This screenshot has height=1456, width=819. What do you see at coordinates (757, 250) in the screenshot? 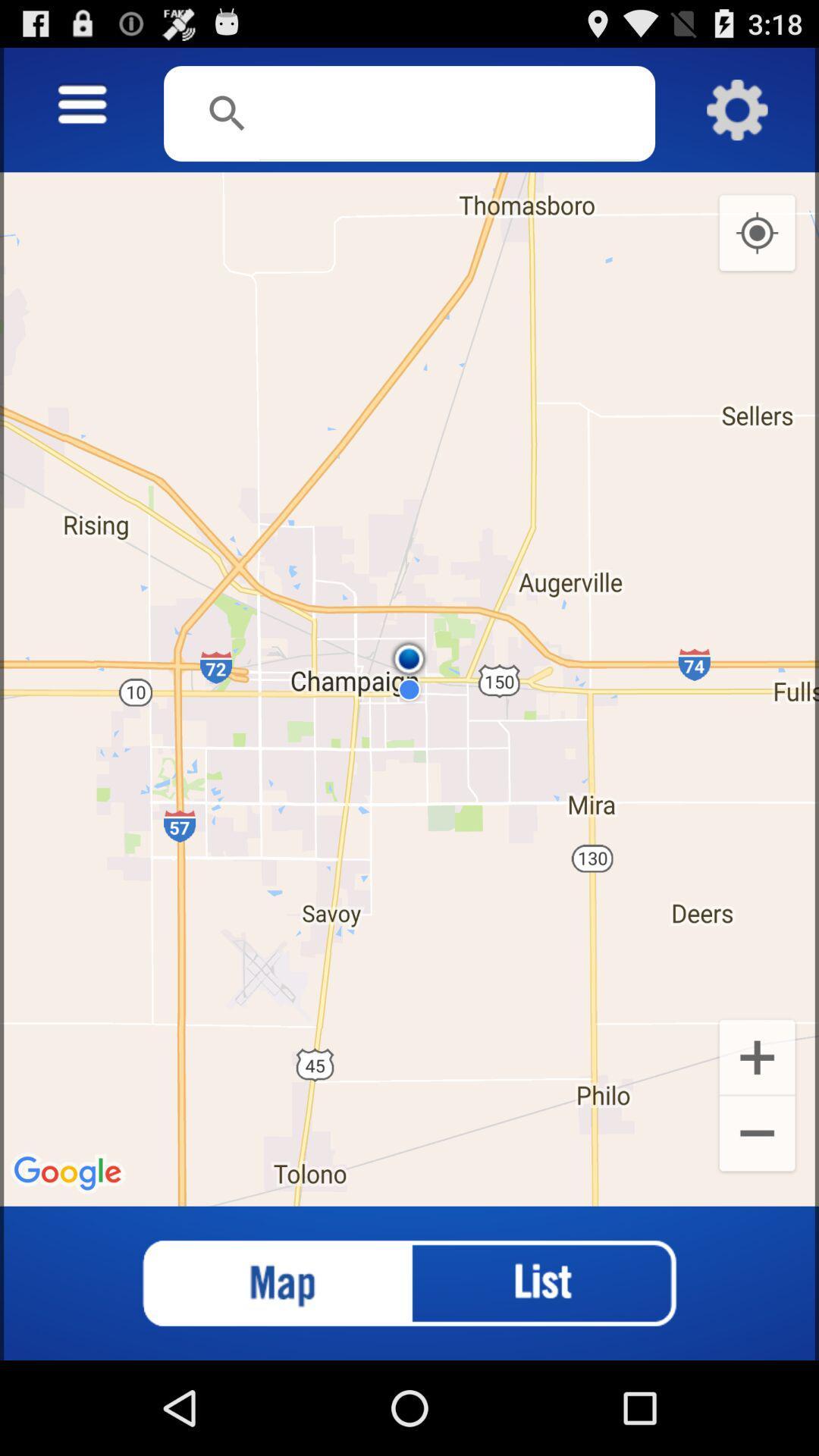
I see `the location_crosshair icon` at bounding box center [757, 250].